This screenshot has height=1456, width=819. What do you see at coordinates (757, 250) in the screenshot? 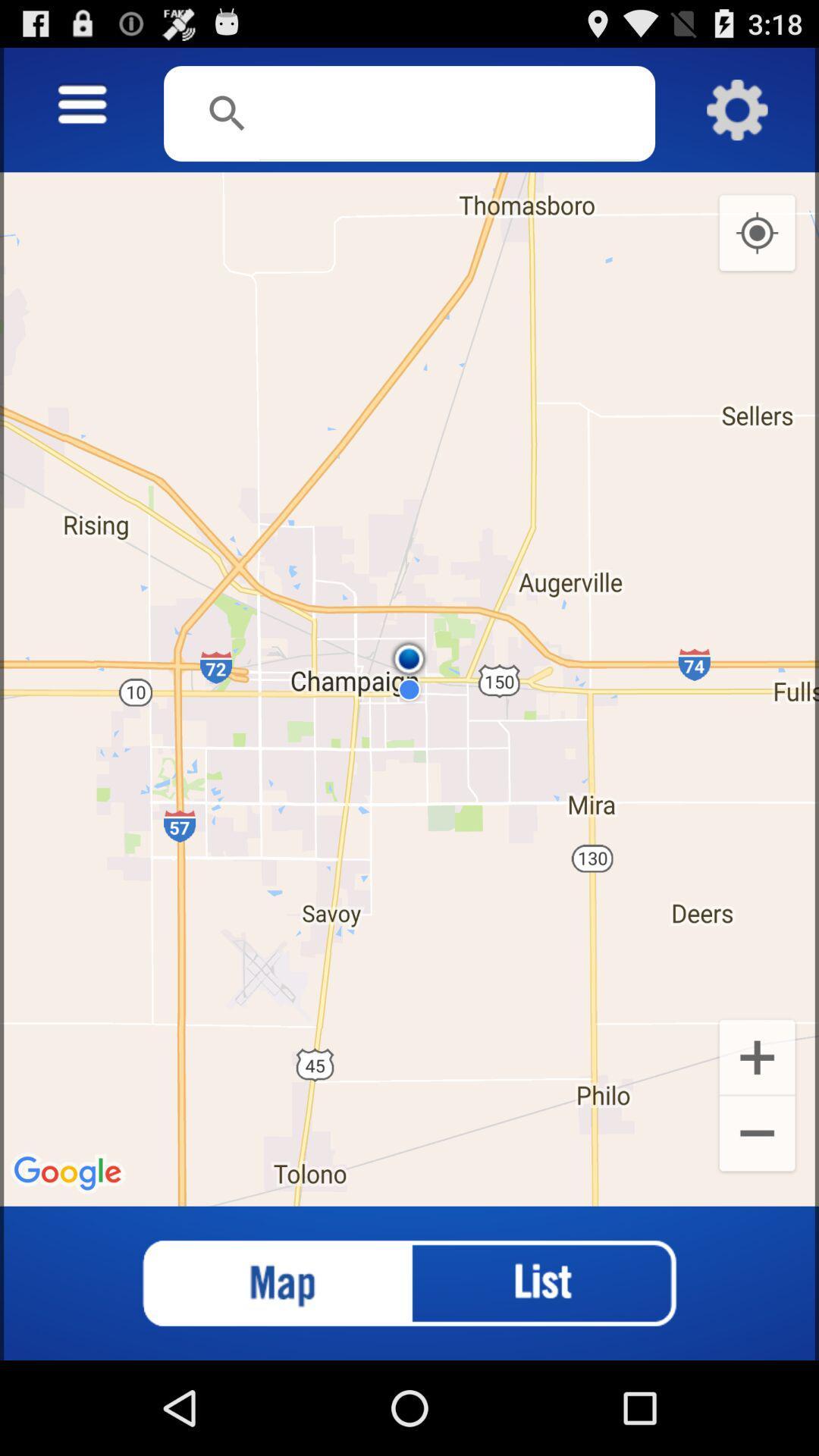
I see `the location_crosshair icon` at bounding box center [757, 250].